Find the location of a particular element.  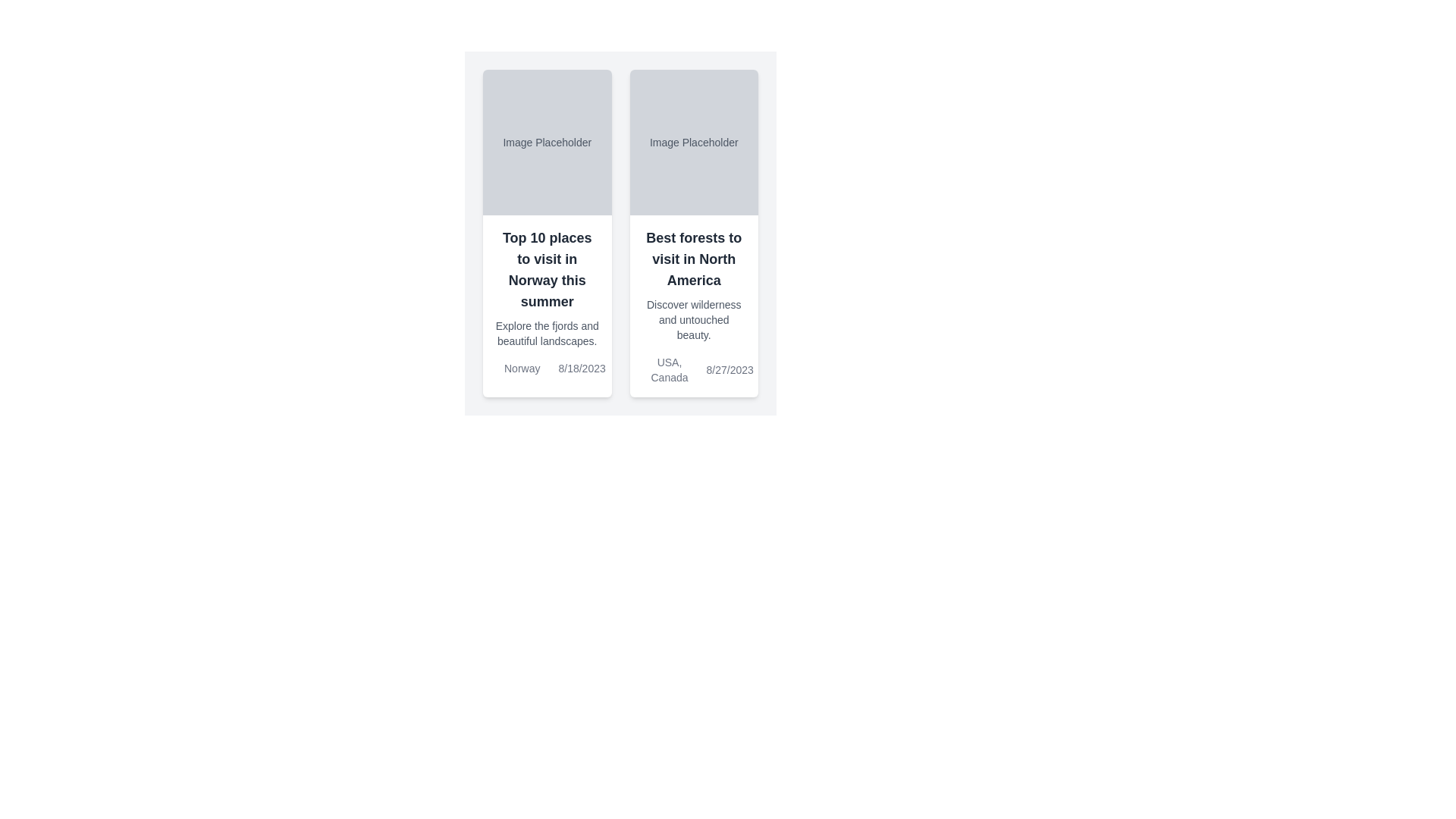

information displayed in the horizontal text bar containing 'Norway' and '8/18/2023' at the lower section of the left card titled 'Top 10 places to visit in Norway this summer' is located at coordinates (546, 369).